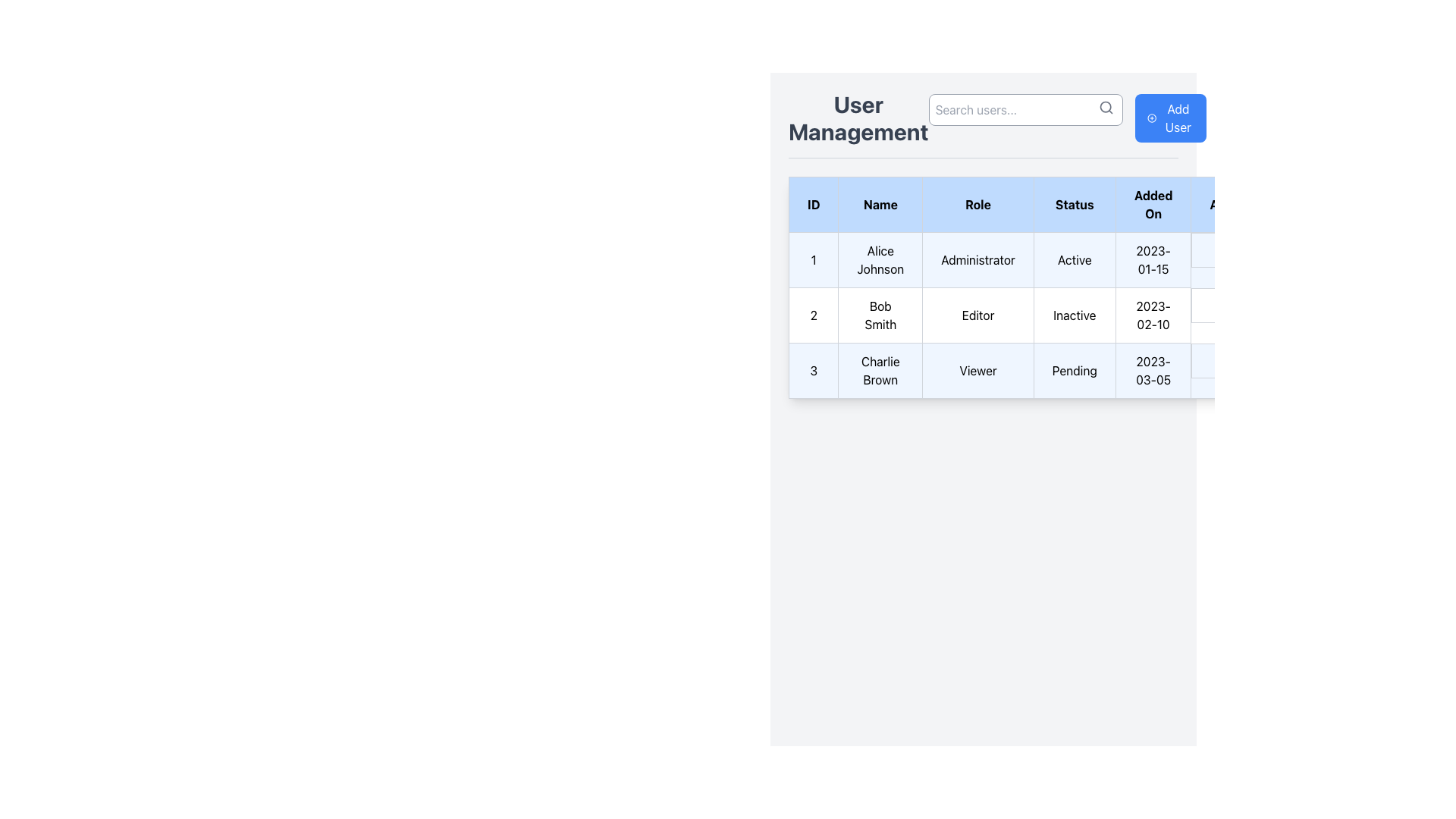 The width and height of the screenshot is (1456, 819). I want to click on the 'Status' column header cell in the table, which is the fourth cell in the header row, positioned between the 'Role' and 'Added On' columns, so click(1074, 205).